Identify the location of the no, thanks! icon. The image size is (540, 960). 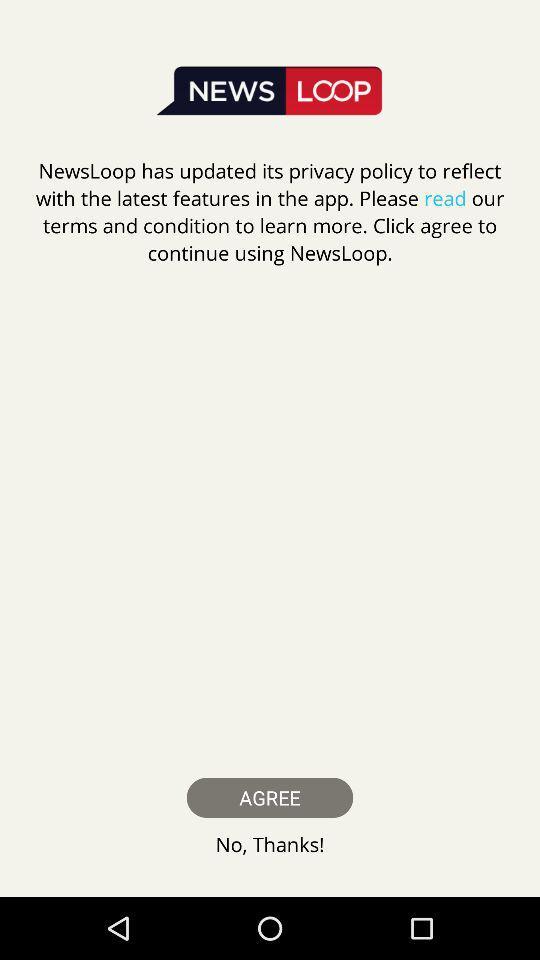
(270, 843).